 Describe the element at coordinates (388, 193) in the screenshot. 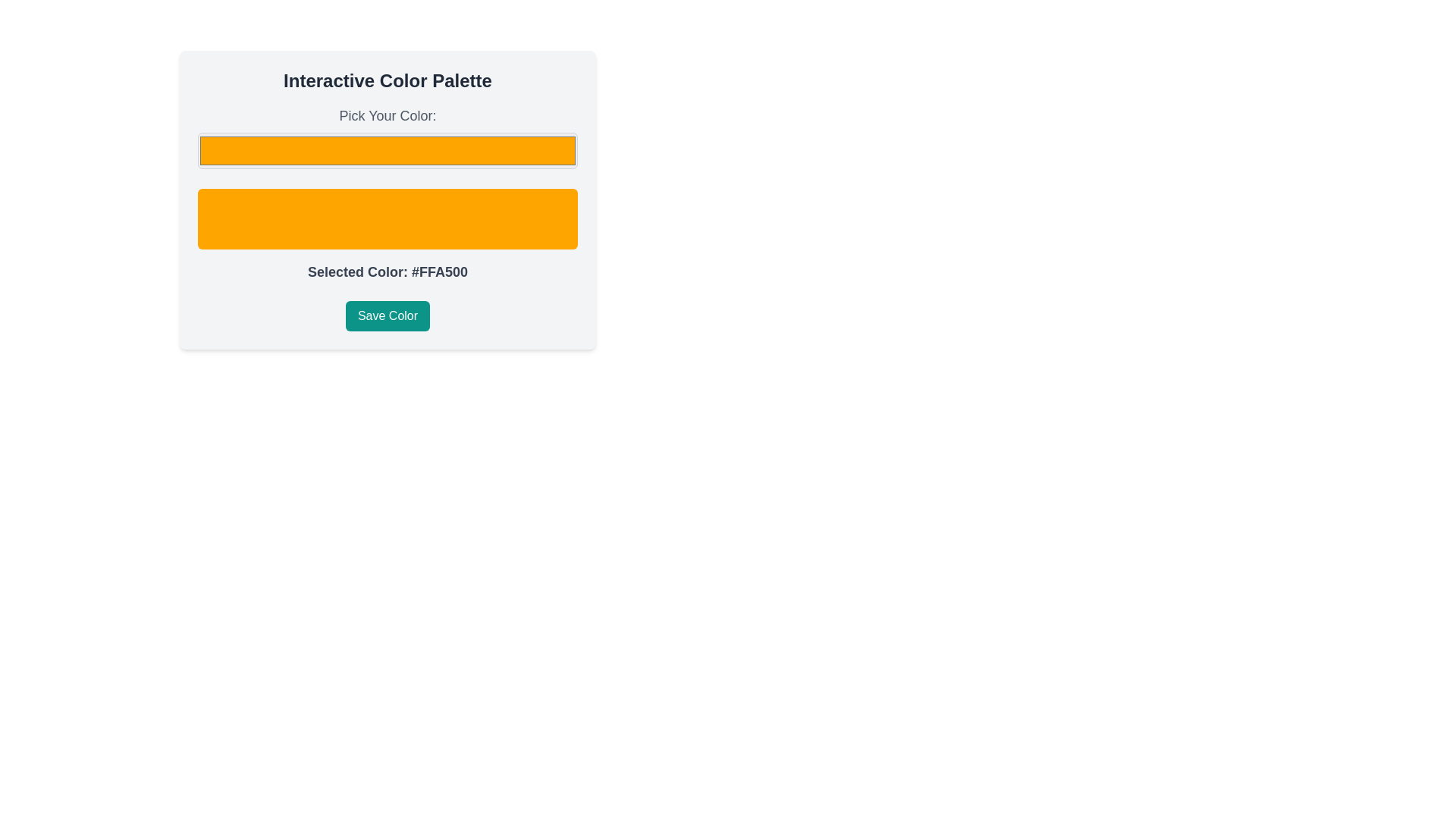

I see `the Color Preview Panel element which has a highlighted orange background and displays 'Selected Color: #FFA500'` at that location.